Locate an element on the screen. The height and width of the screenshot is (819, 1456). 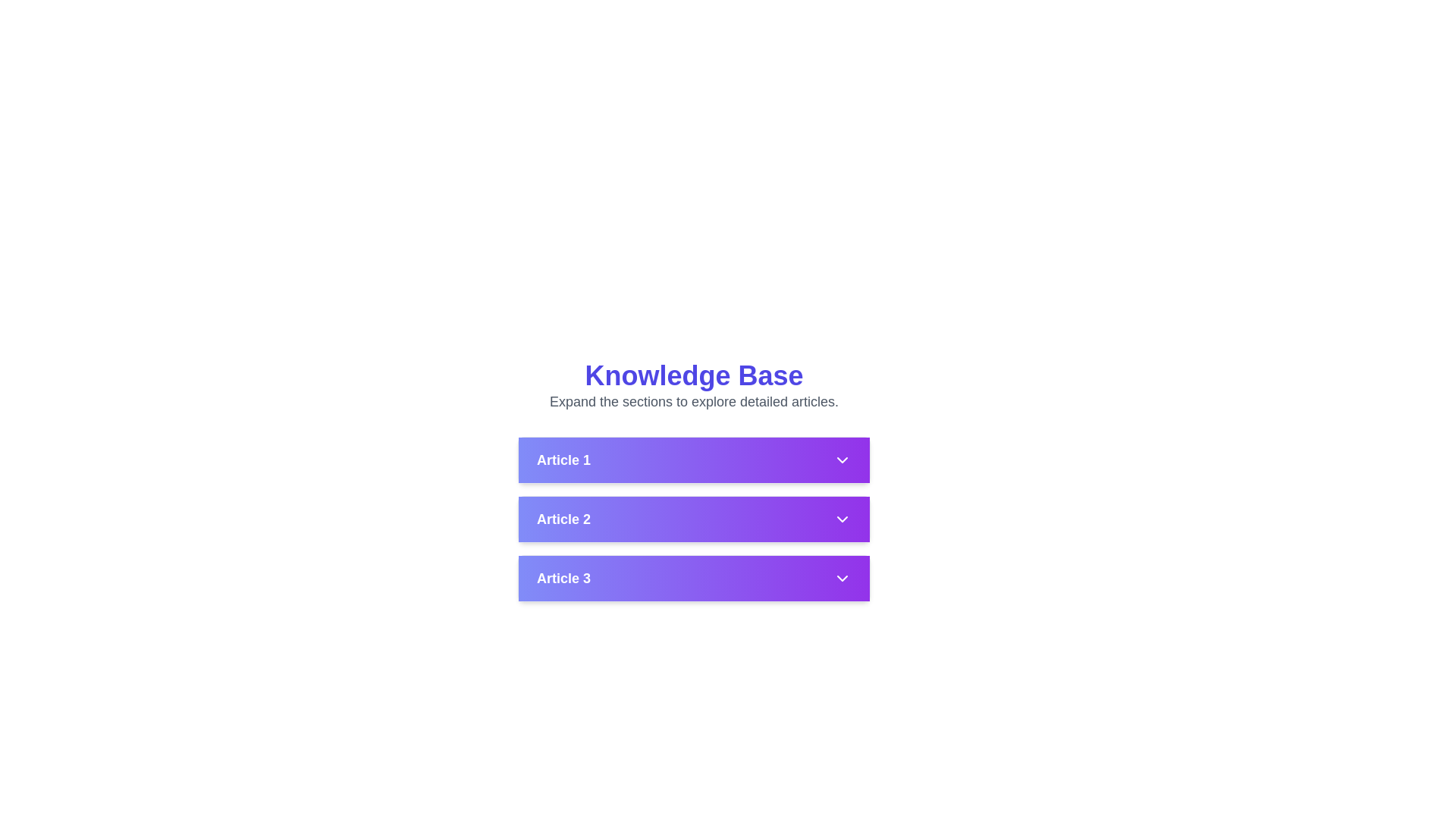
the interactive list item labeled 'Article 1' is located at coordinates (693, 459).